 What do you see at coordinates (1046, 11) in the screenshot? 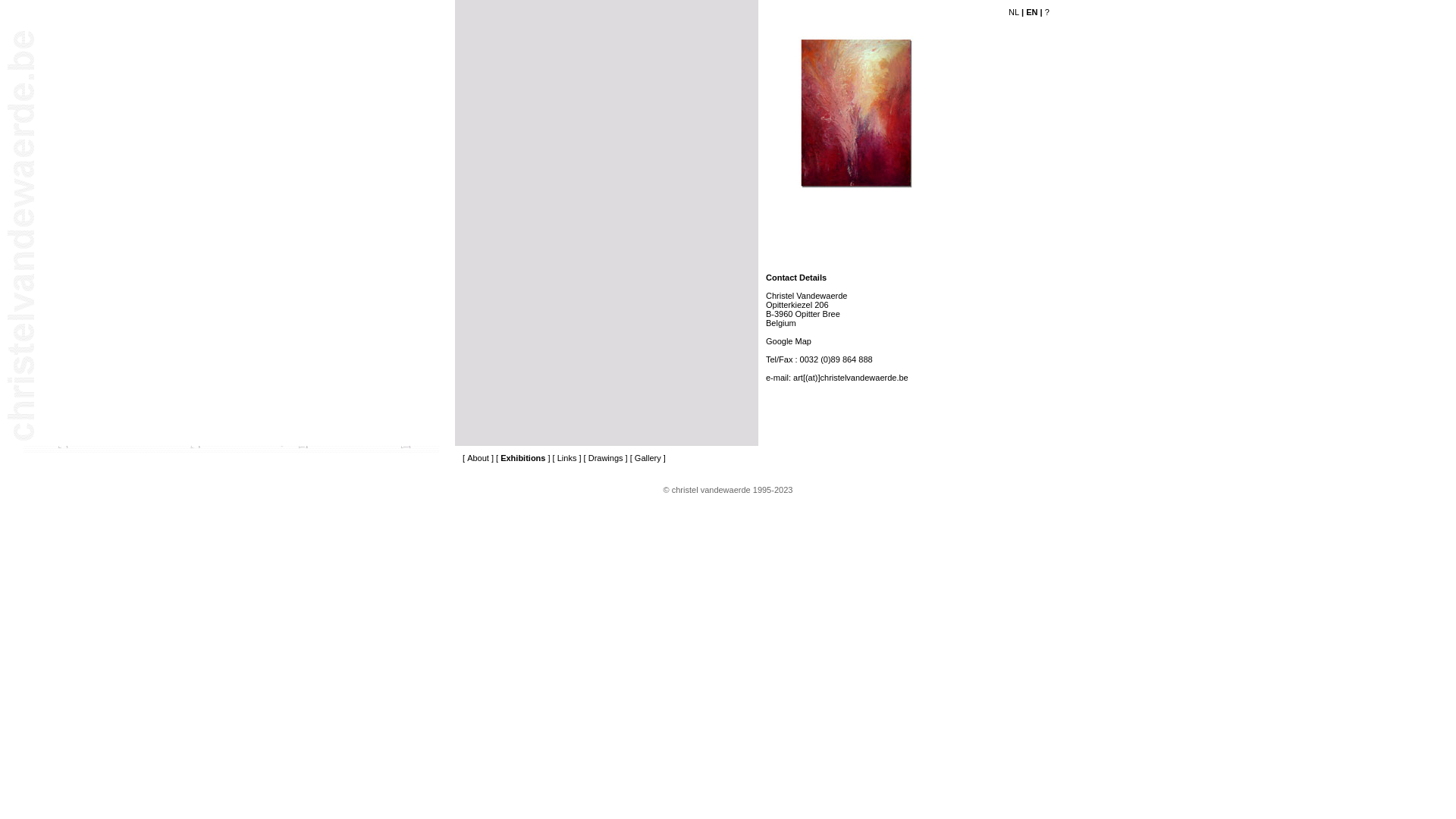
I see `'?'` at bounding box center [1046, 11].